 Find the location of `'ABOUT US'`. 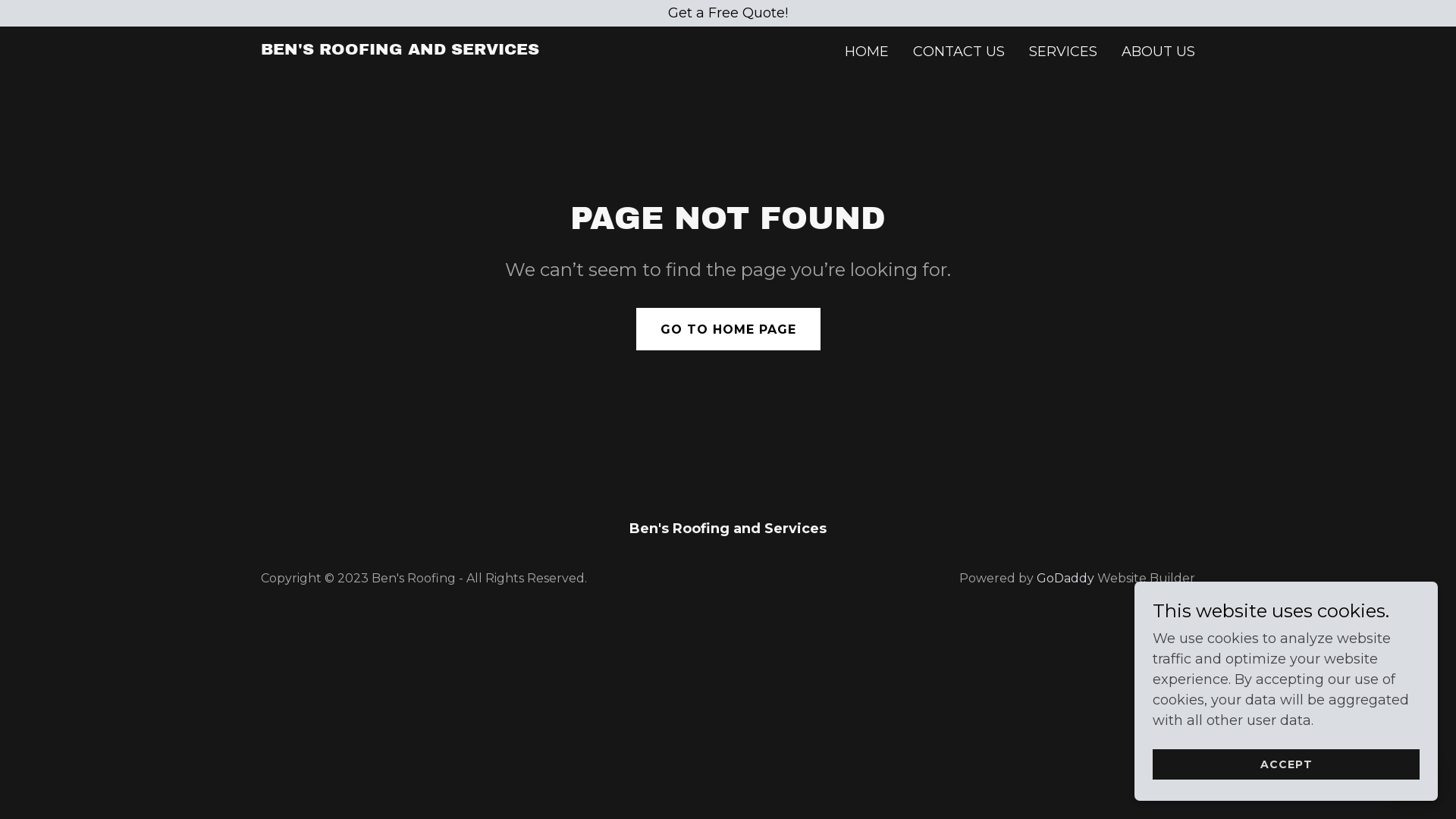

'ABOUT US' is located at coordinates (1157, 51).